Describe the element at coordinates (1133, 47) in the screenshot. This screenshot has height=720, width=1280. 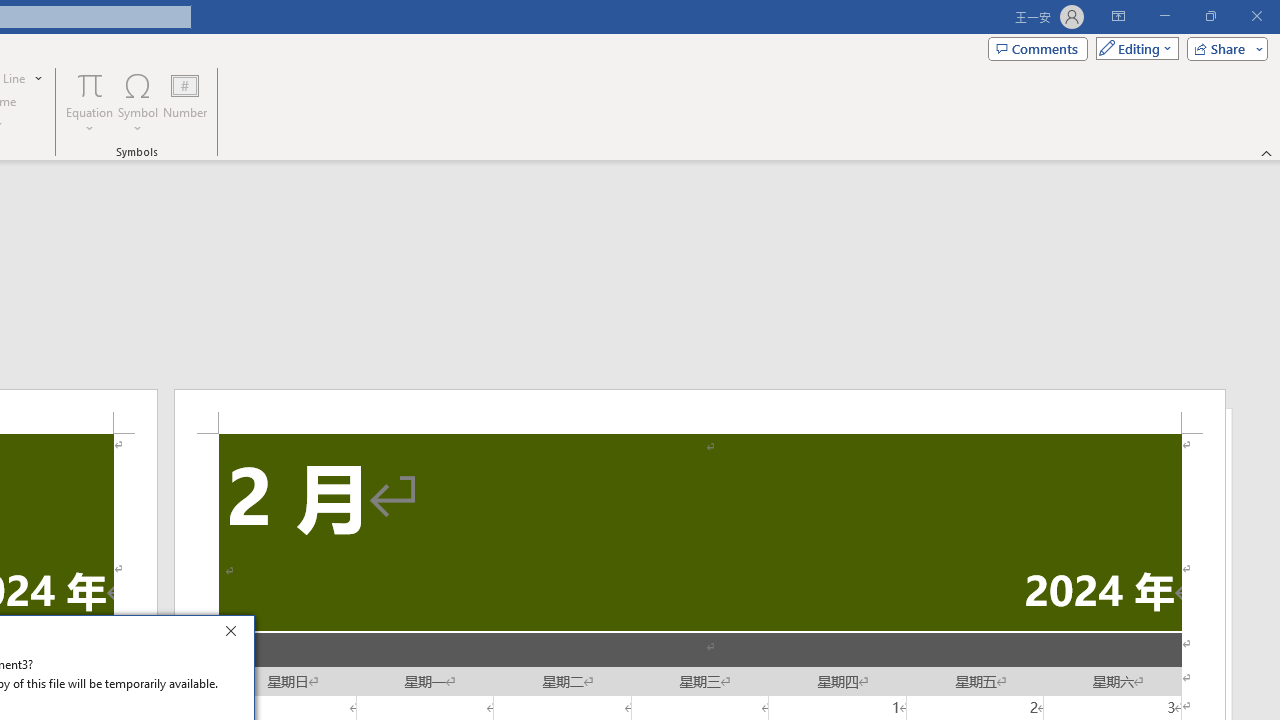
I see `'Mode'` at that location.